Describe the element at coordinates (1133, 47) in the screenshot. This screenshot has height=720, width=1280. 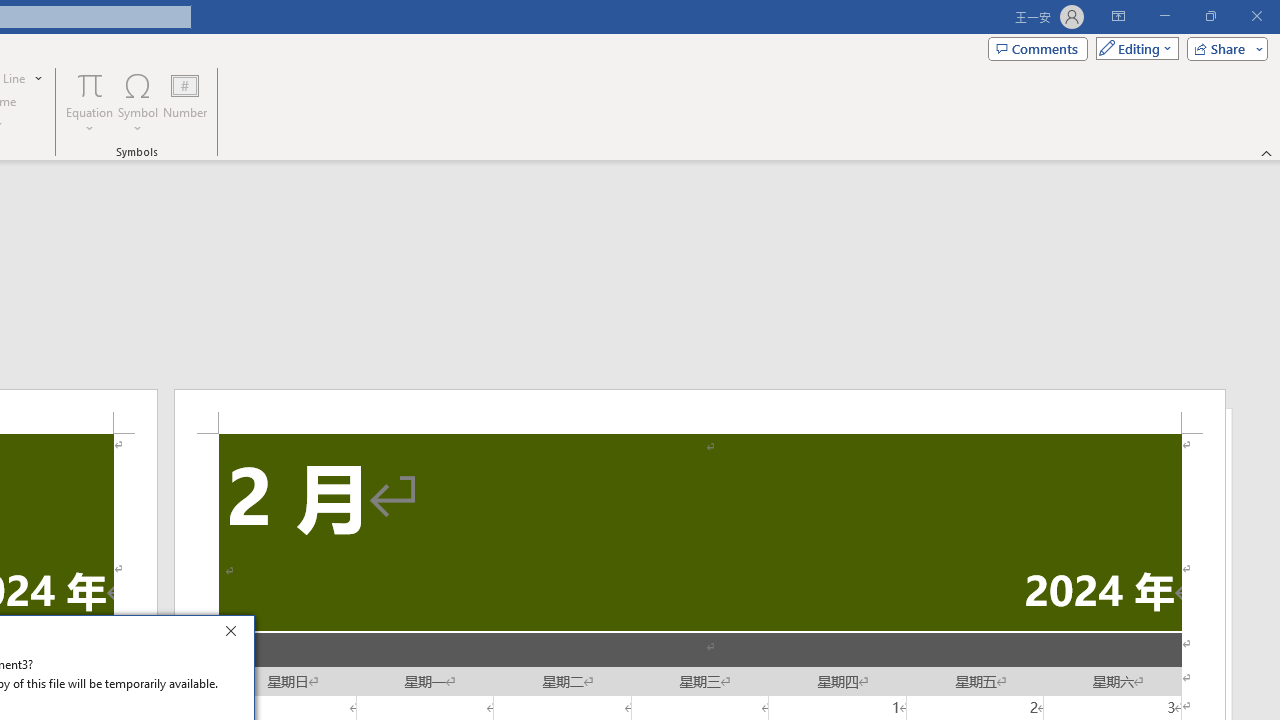
I see `'Mode'` at that location.